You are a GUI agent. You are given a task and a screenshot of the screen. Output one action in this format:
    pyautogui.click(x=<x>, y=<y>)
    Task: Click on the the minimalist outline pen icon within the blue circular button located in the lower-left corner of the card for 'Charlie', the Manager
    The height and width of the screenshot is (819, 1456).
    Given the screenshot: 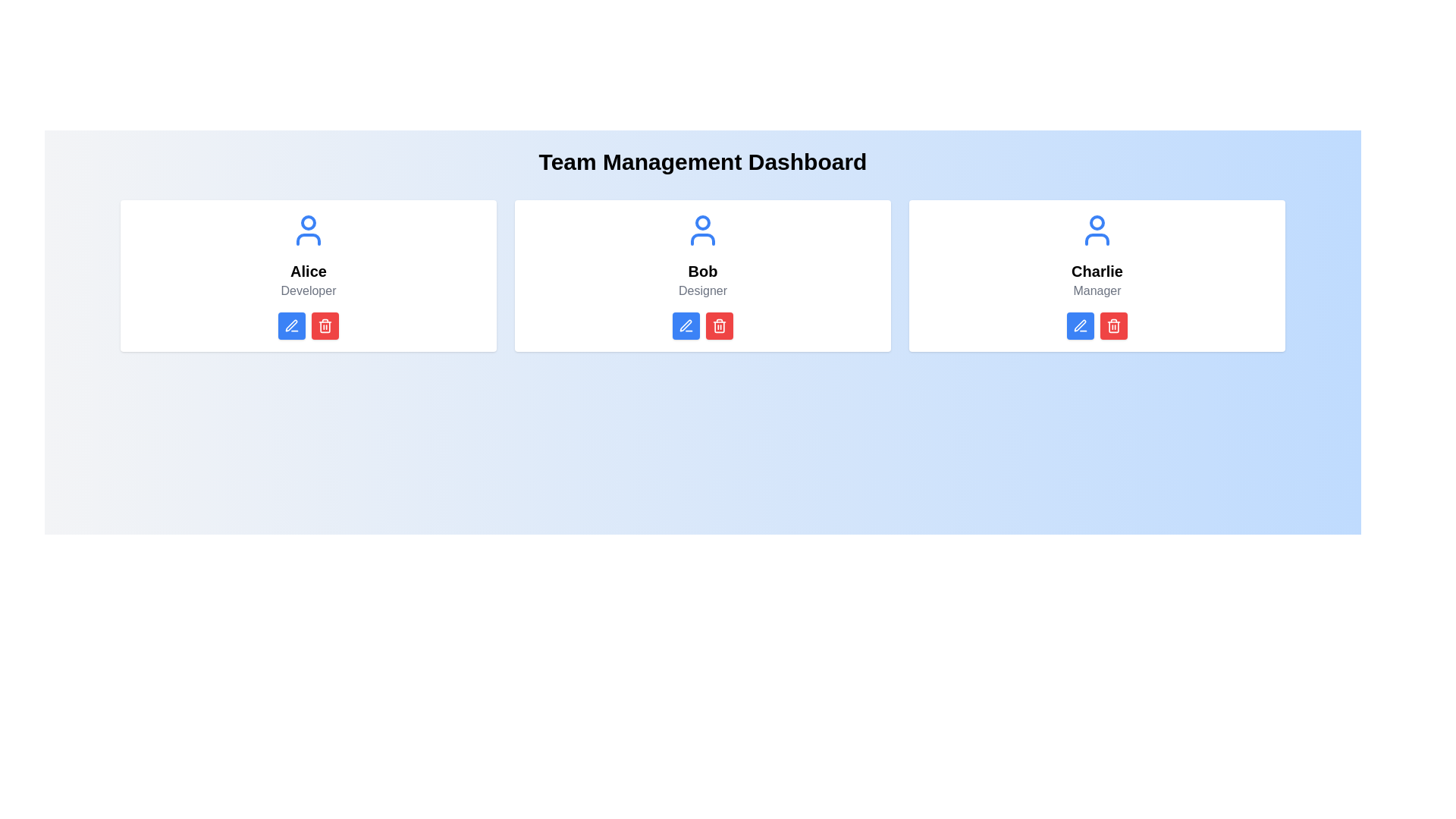 What is the action you would take?
    pyautogui.click(x=1080, y=325)
    